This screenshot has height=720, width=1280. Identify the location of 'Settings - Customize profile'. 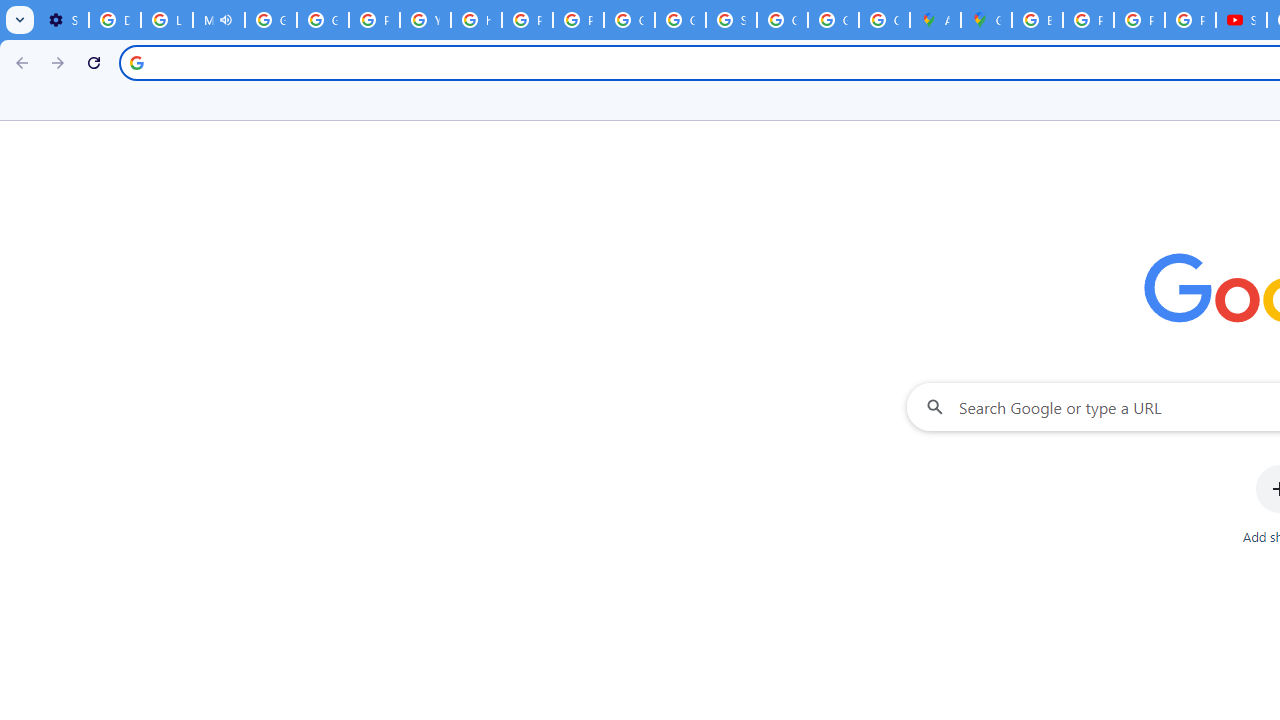
(63, 20).